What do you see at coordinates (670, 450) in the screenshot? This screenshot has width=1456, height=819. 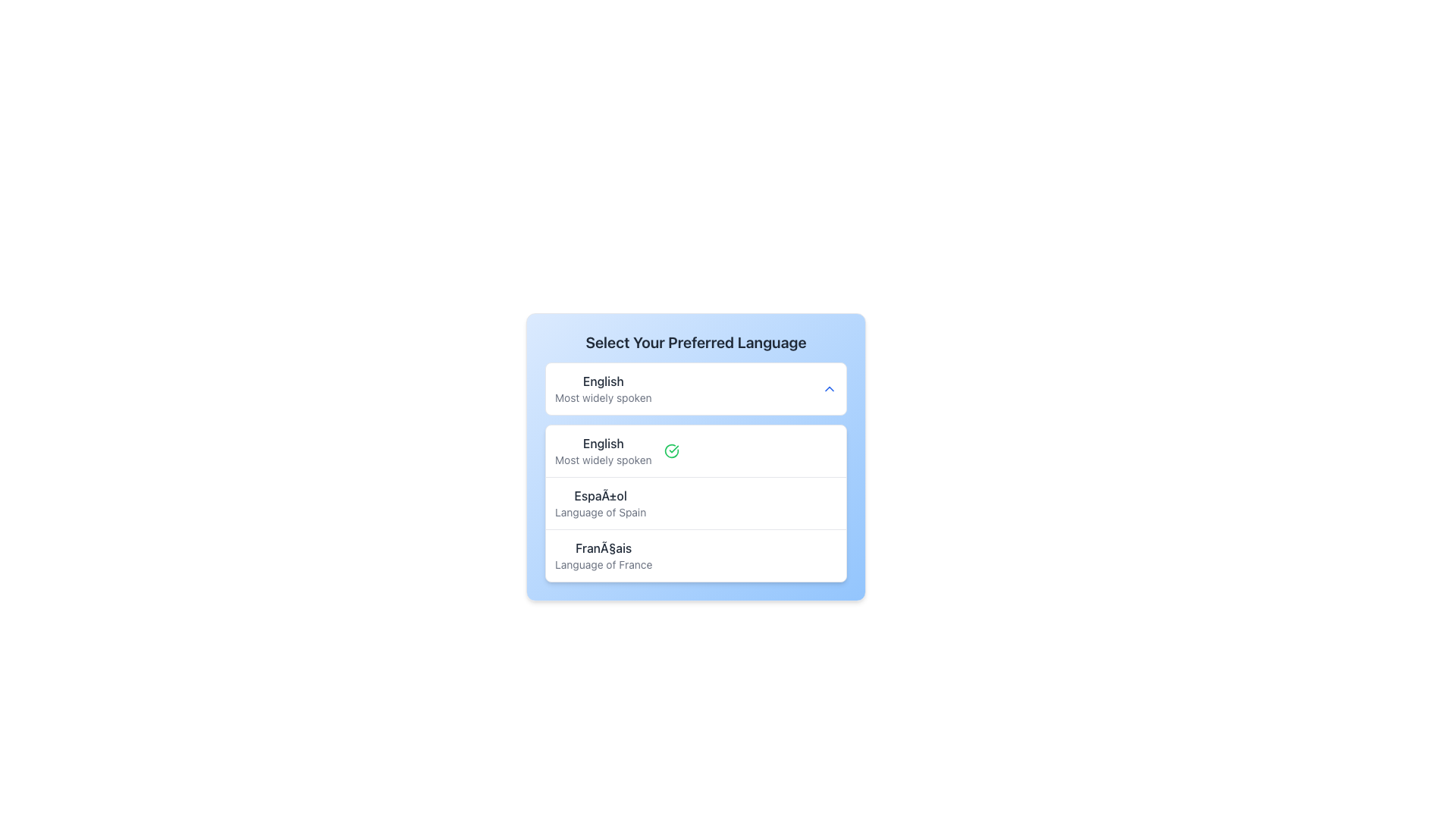 I see `the circular SVG icon containing a green checkmark, located to the right of the 'English' text in the language selection list` at bounding box center [670, 450].